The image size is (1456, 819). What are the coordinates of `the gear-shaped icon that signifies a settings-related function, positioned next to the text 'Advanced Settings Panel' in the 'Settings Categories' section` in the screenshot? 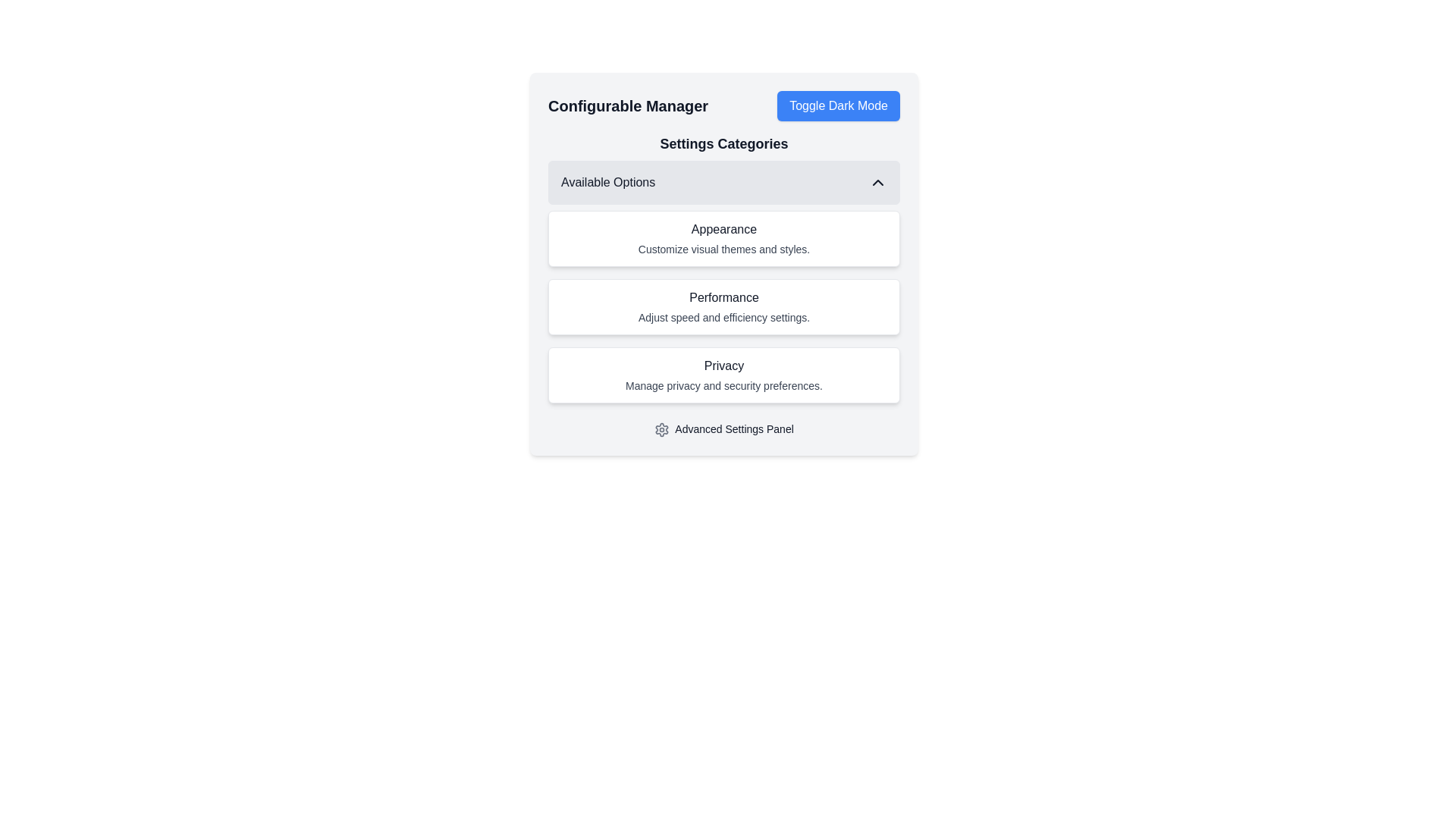 It's located at (662, 430).